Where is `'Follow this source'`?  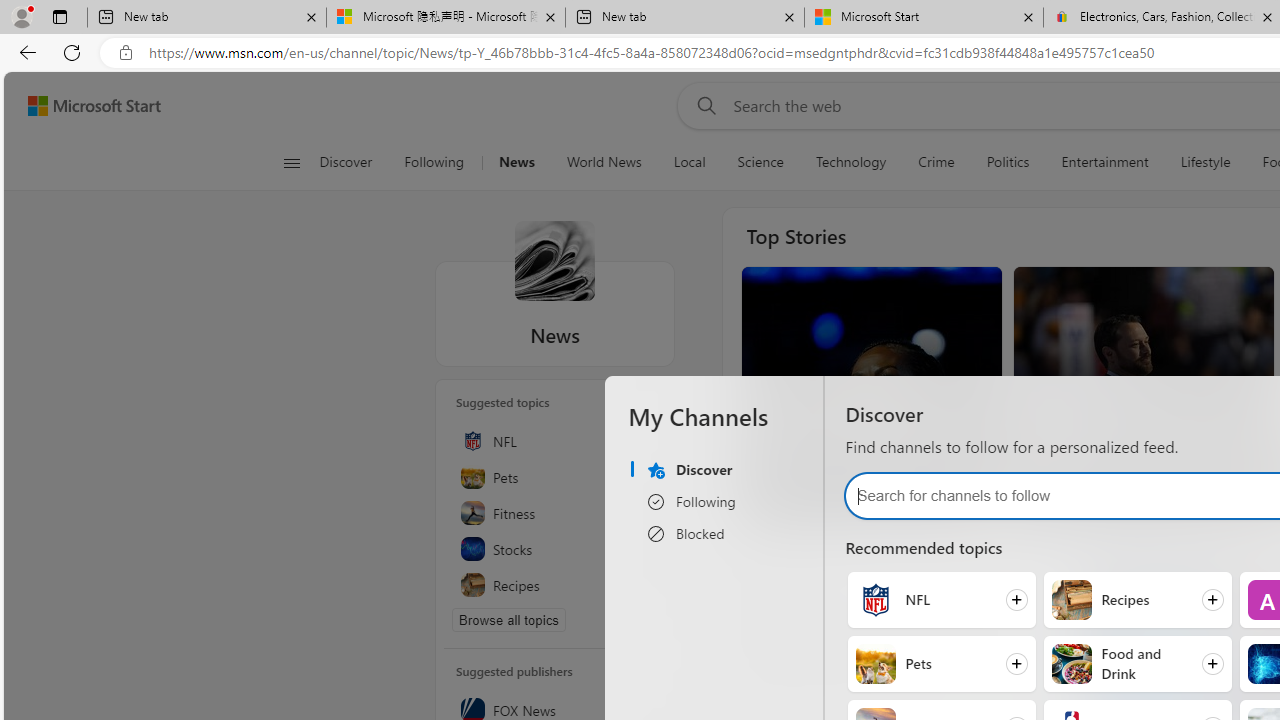
'Follow this source' is located at coordinates (645, 710).